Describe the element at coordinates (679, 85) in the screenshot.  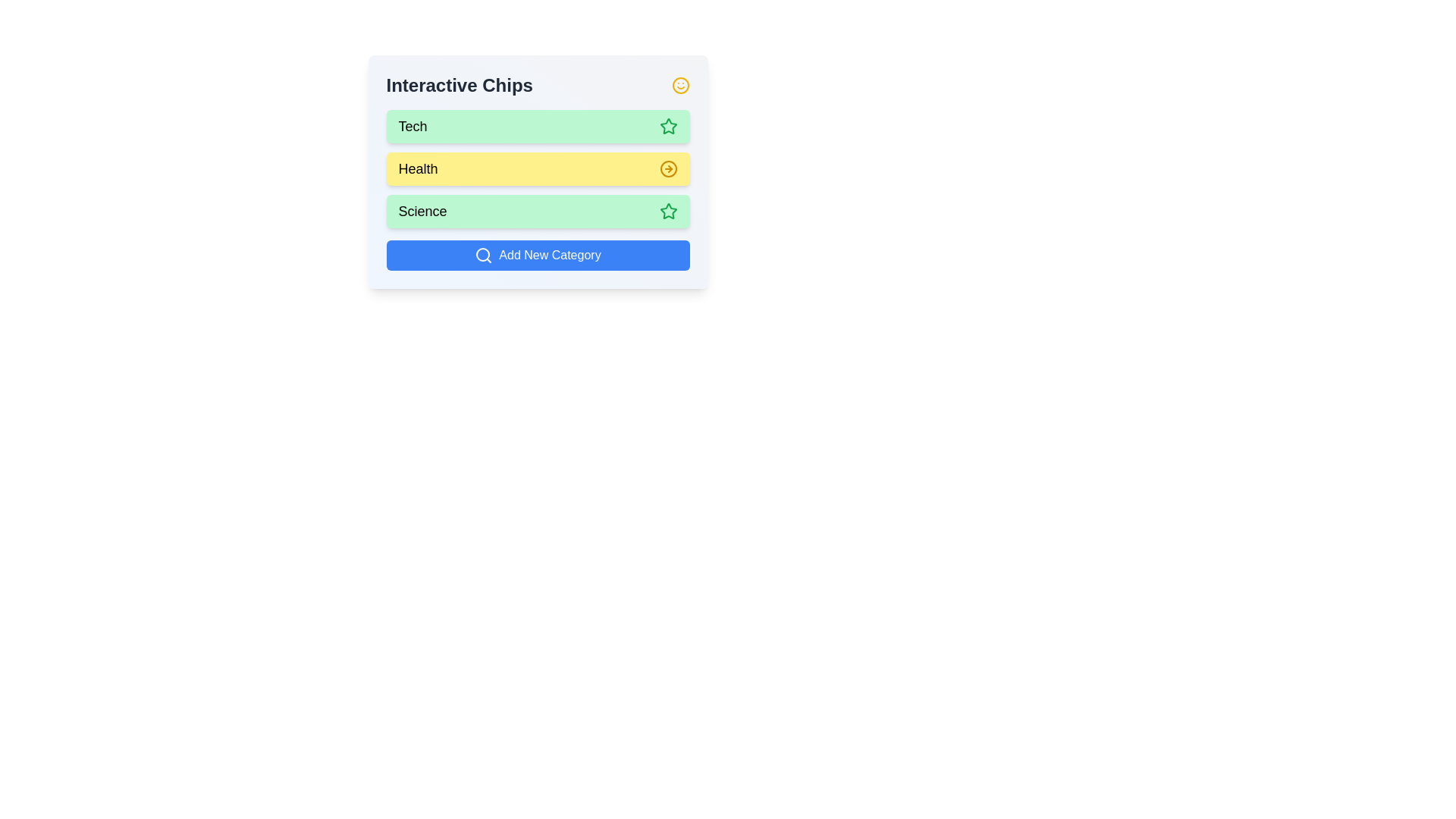
I see `the header icon to trigger its associated action` at that location.